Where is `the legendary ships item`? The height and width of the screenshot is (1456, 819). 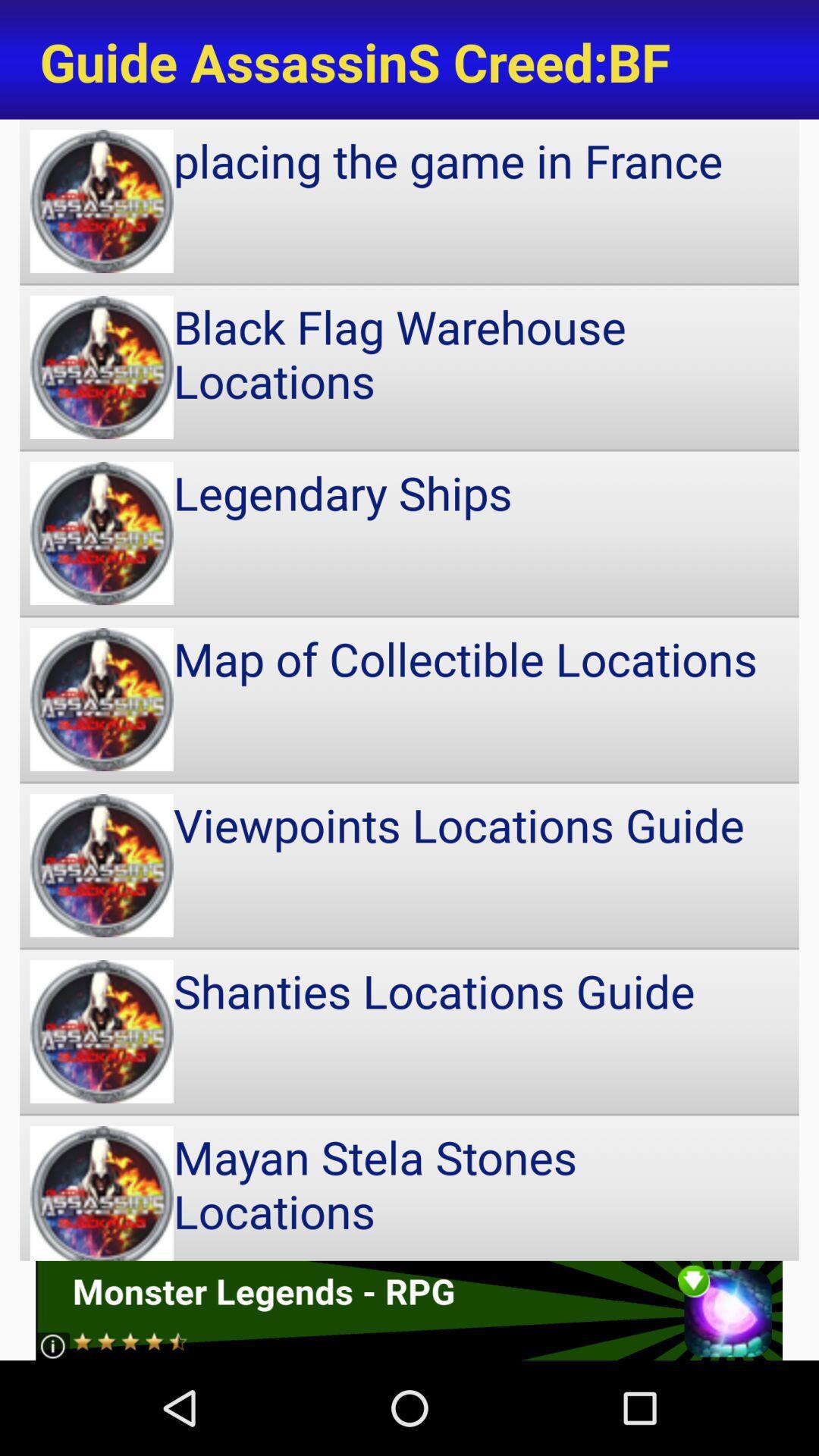
the legendary ships item is located at coordinates (409, 533).